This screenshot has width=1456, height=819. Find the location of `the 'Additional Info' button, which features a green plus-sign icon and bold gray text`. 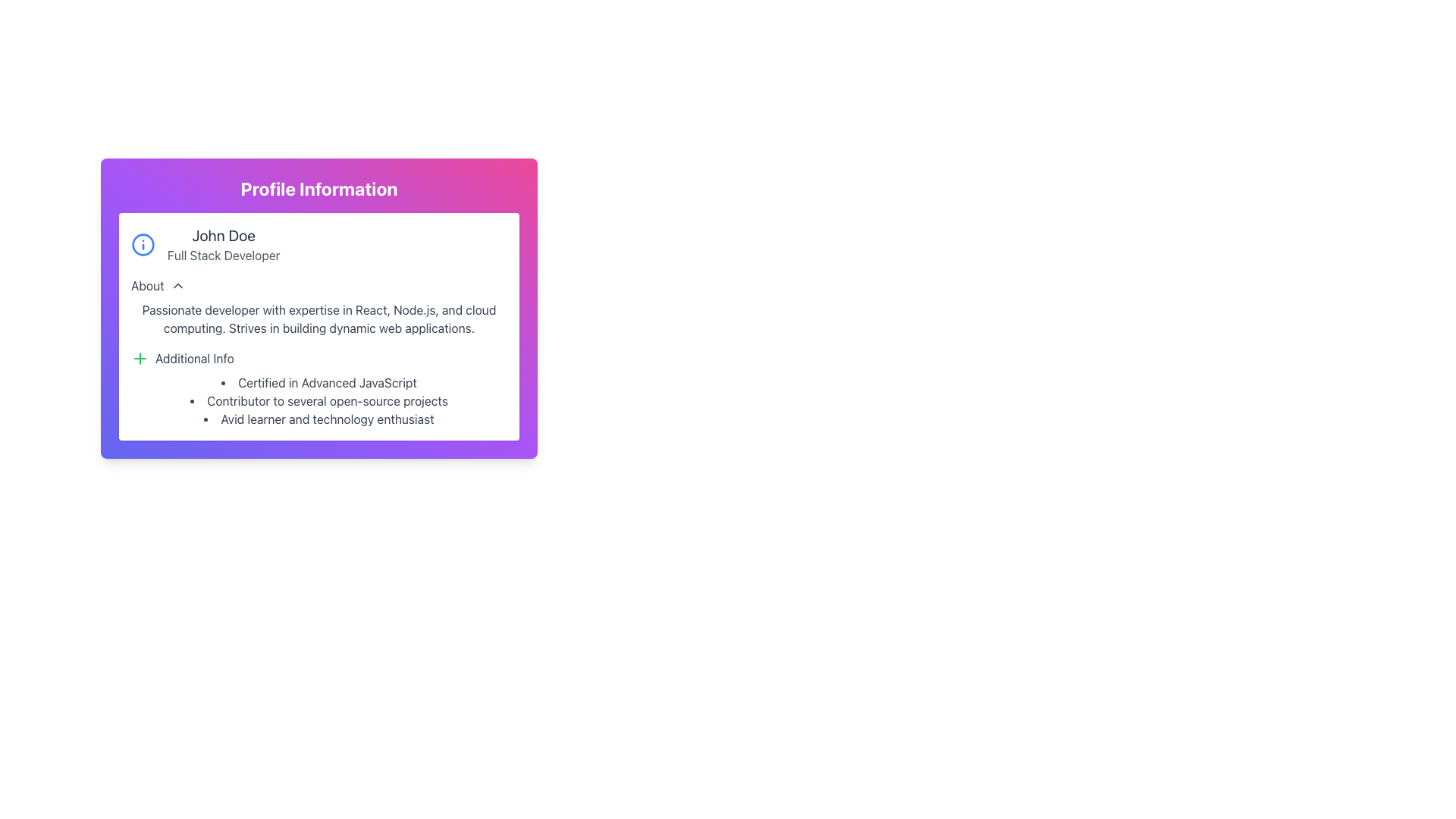

the 'Additional Info' button, which features a green plus-sign icon and bold gray text is located at coordinates (182, 359).